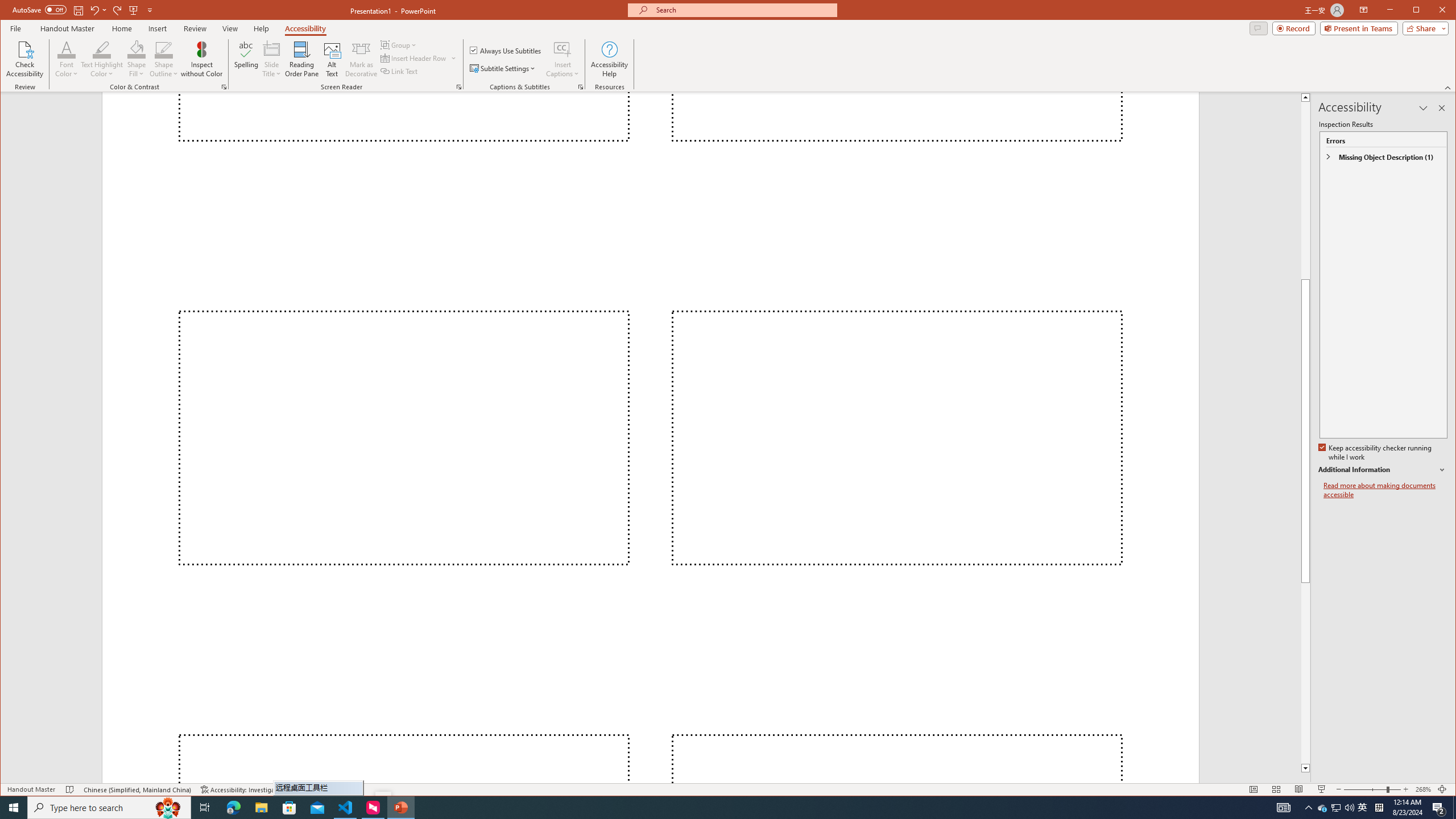 The height and width of the screenshot is (819, 1456). Describe the element at coordinates (609, 59) in the screenshot. I see `'Accessibility Help'` at that location.